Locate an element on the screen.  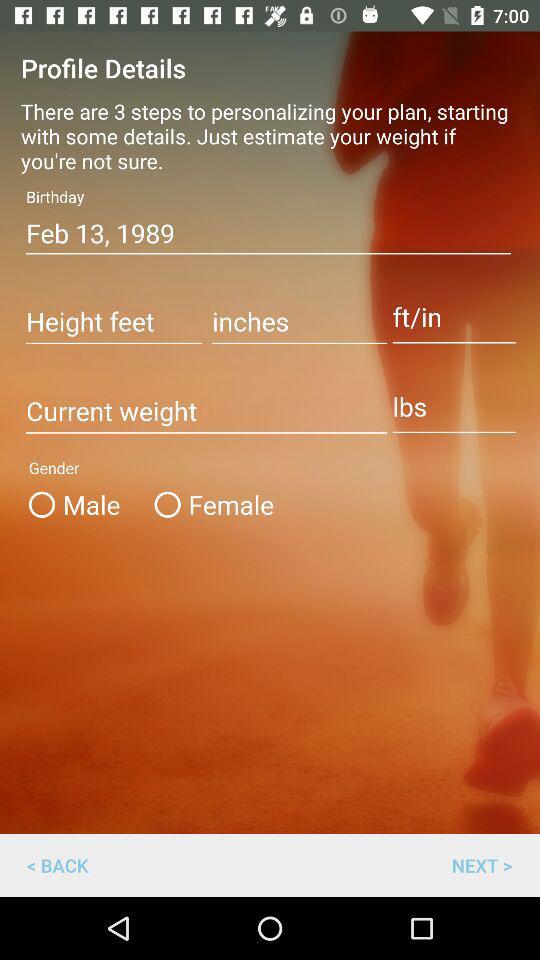
item to the left of lbs is located at coordinates (205, 411).